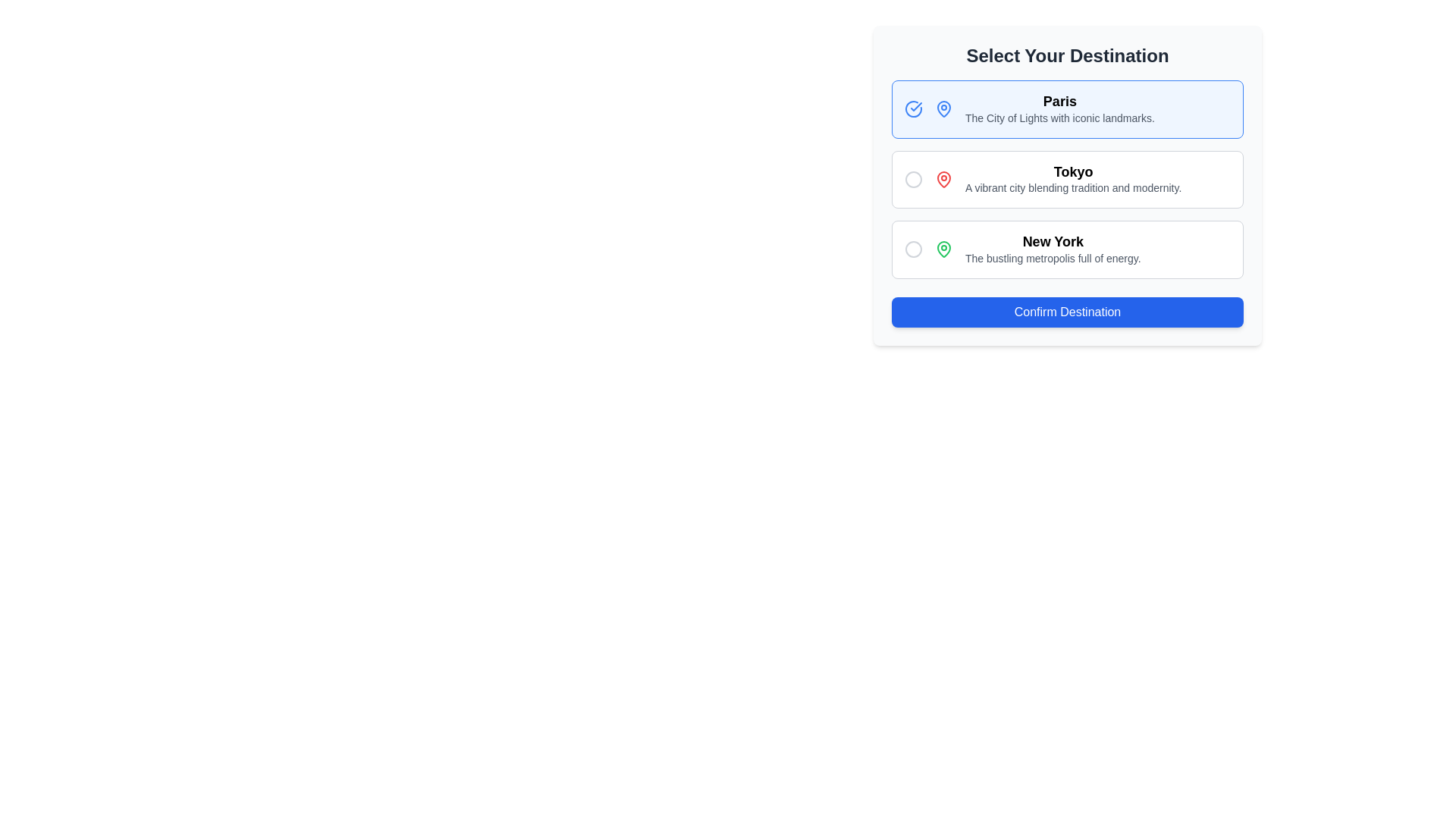 Image resolution: width=1456 pixels, height=819 pixels. What do you see at coordinates (1052, 241) in the screenshot?
I see `the 'New York' text element, which is styled in bold and larger font as a header under the 'Select Your Destination' form` at bounding box center [1052, 241].